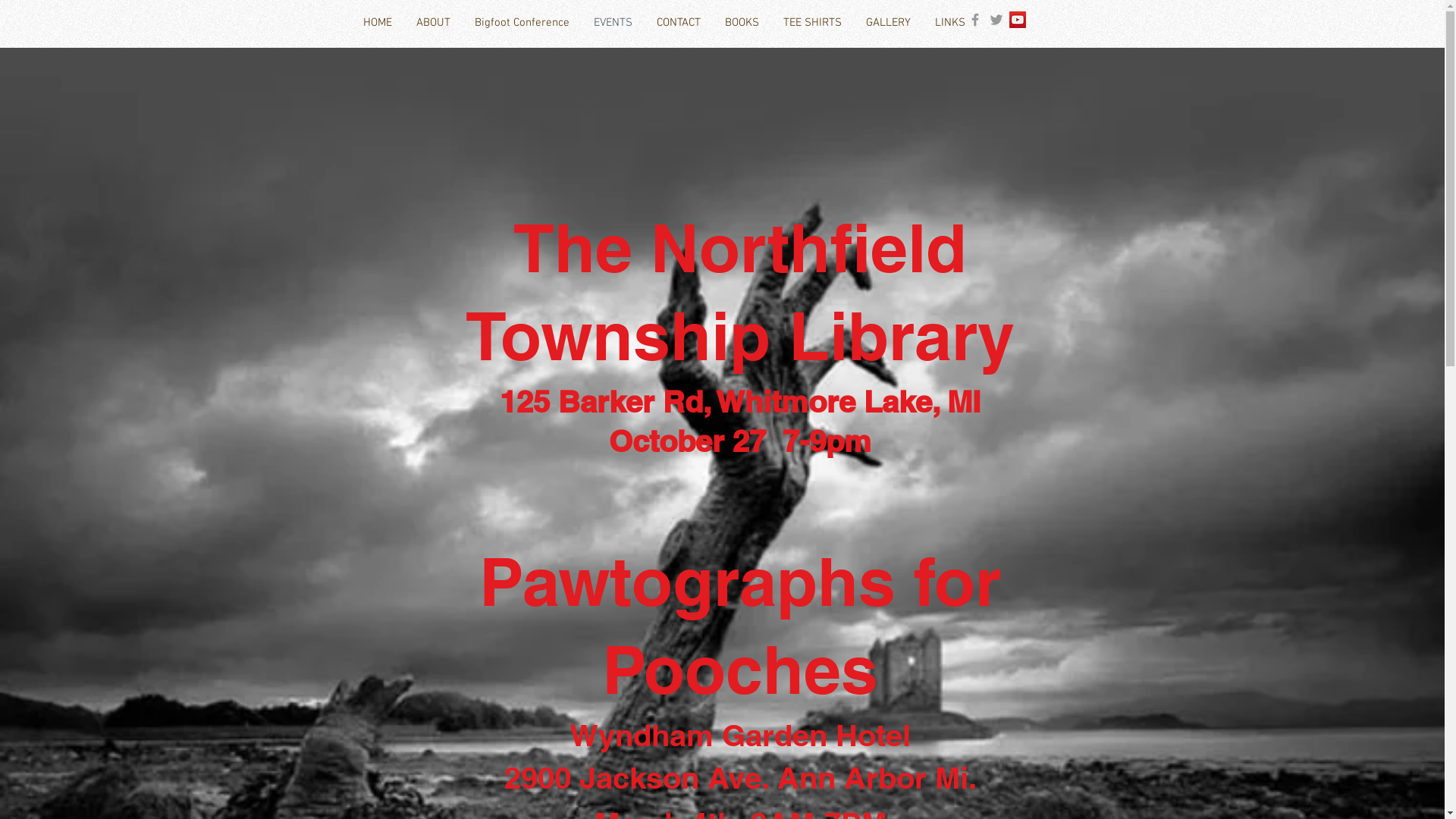  I want to click on 'EVENTS', so click(580, 23).